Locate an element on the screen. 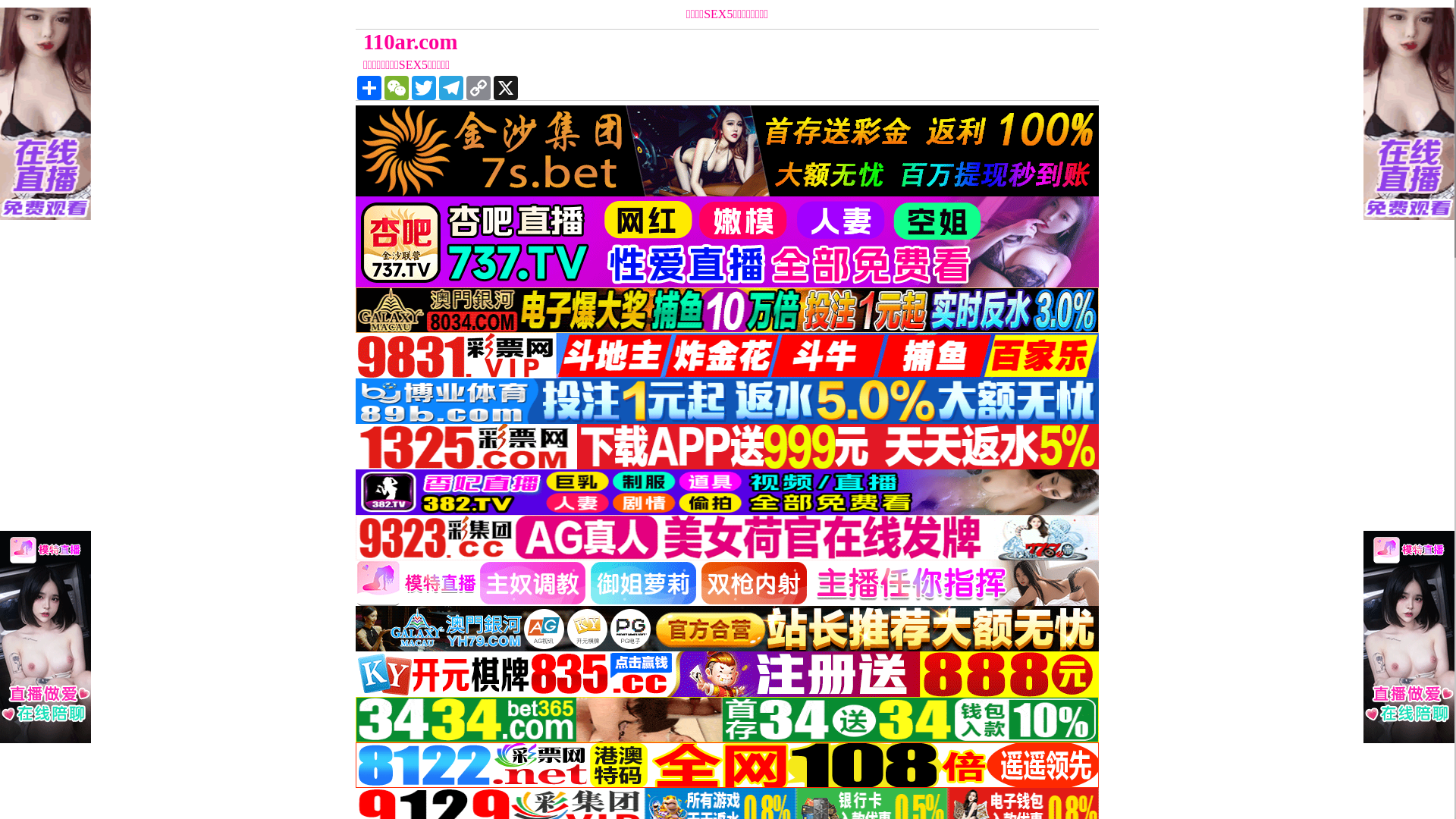 This screenshot has height=819, width=1456. 'X' is located at coordinates (506, 87).